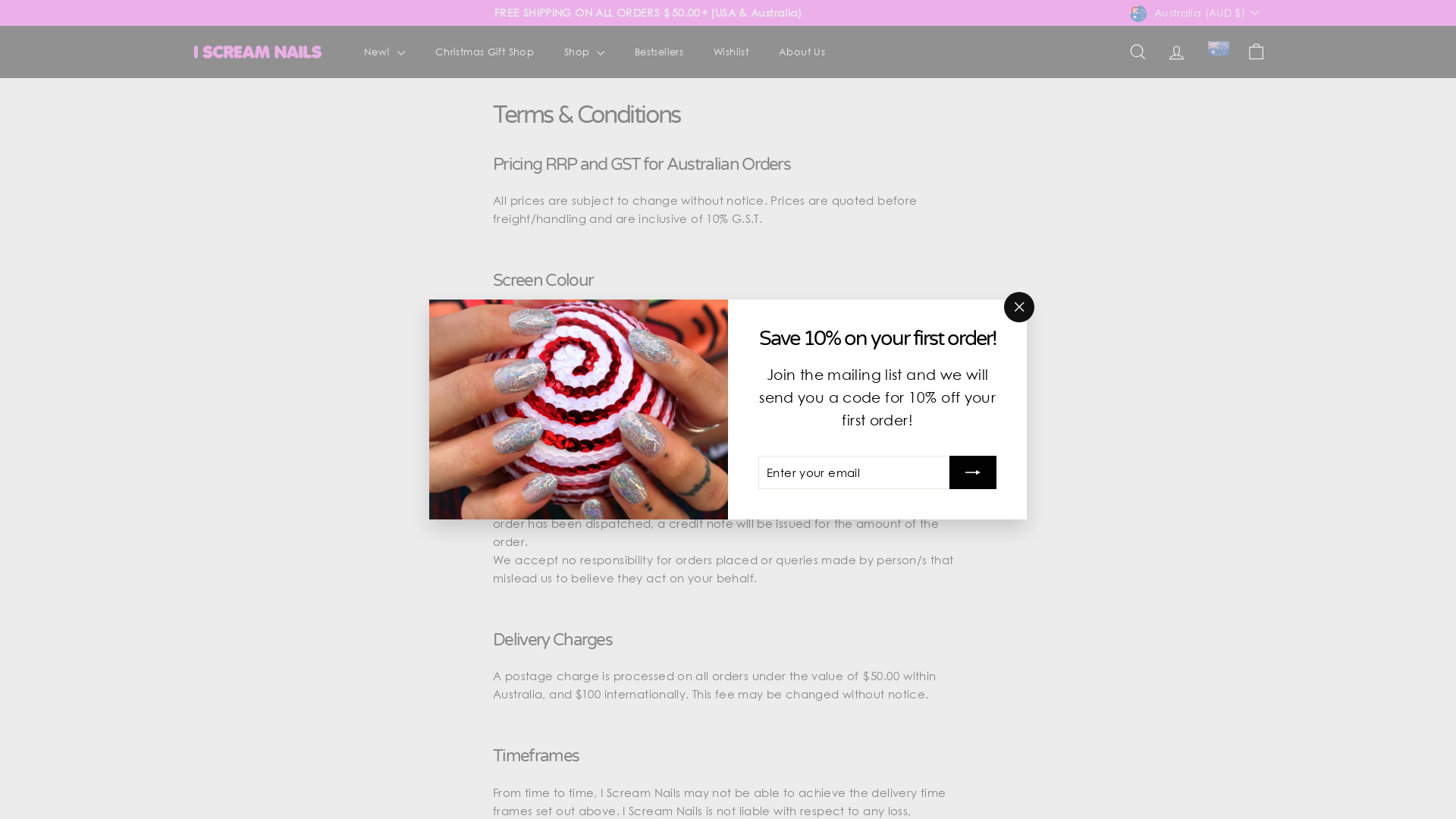  I want to click on 'Search', so click(1118, 51).